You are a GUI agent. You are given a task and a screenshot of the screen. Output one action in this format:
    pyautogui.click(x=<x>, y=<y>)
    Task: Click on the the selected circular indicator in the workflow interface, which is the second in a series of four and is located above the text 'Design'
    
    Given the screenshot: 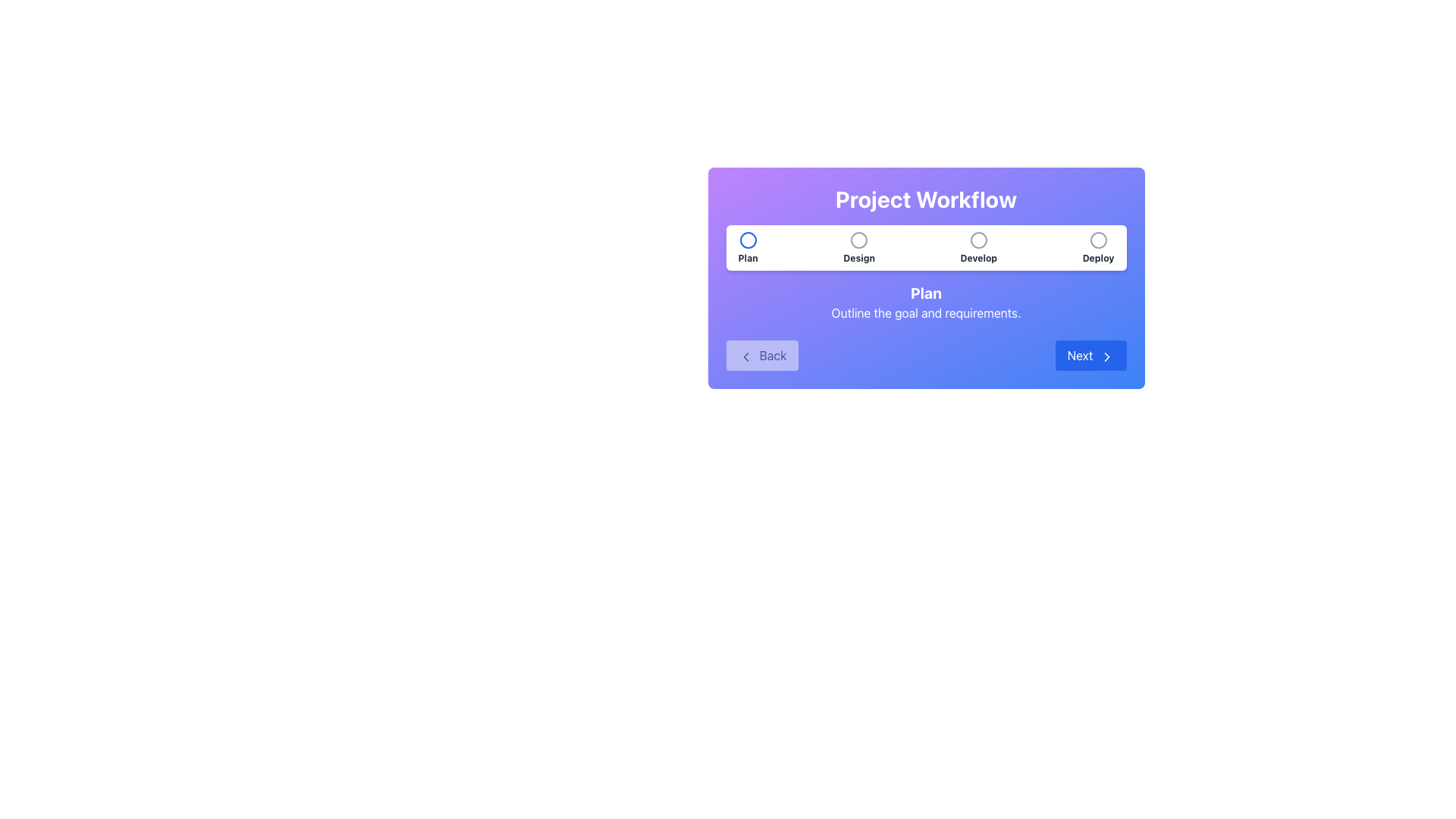 What is the action you would take?
    pyautogui.click(x=858, y=239)
    